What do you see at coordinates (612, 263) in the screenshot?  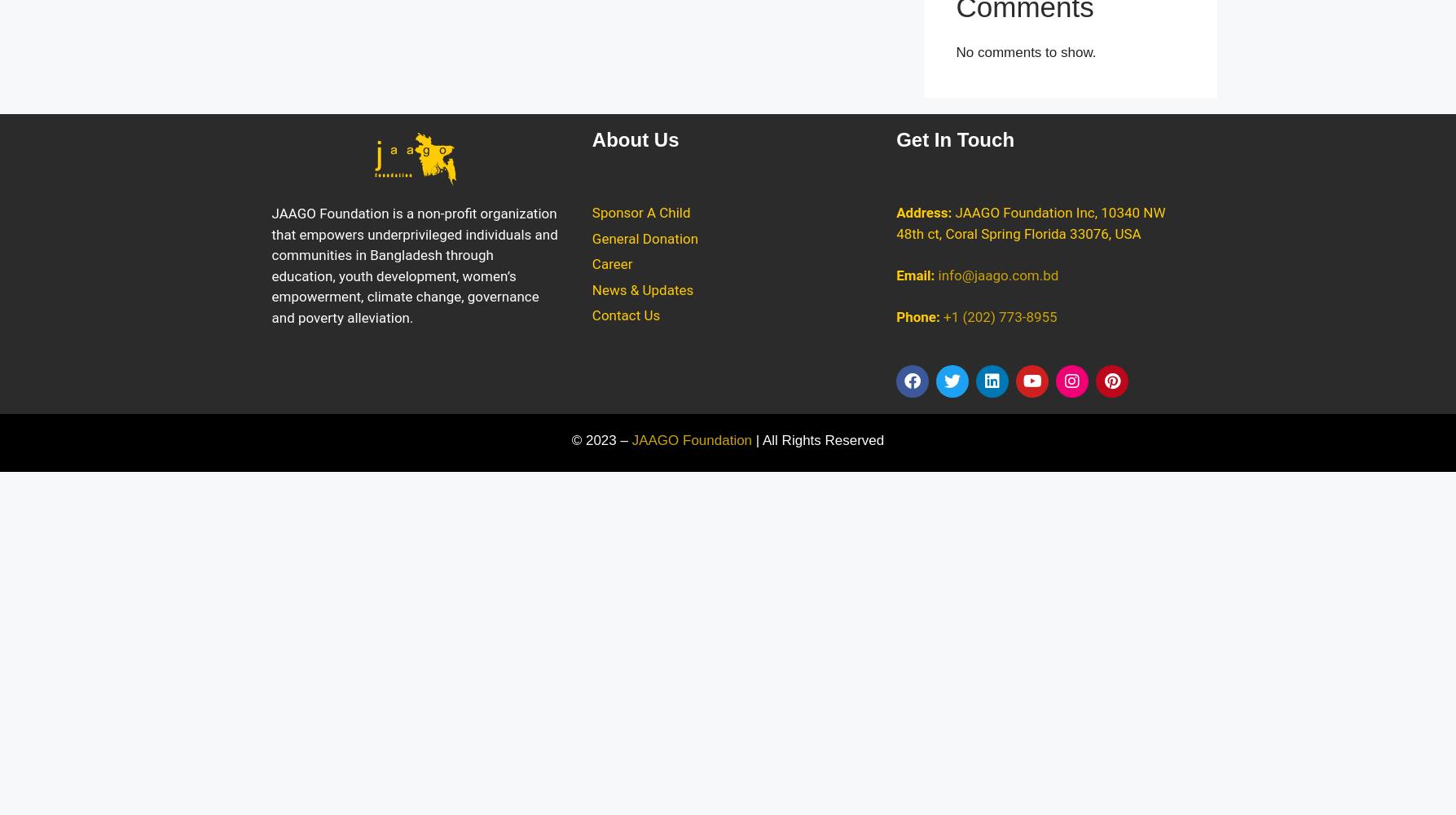 I see `'Career'` at bounding box center [612, 263].